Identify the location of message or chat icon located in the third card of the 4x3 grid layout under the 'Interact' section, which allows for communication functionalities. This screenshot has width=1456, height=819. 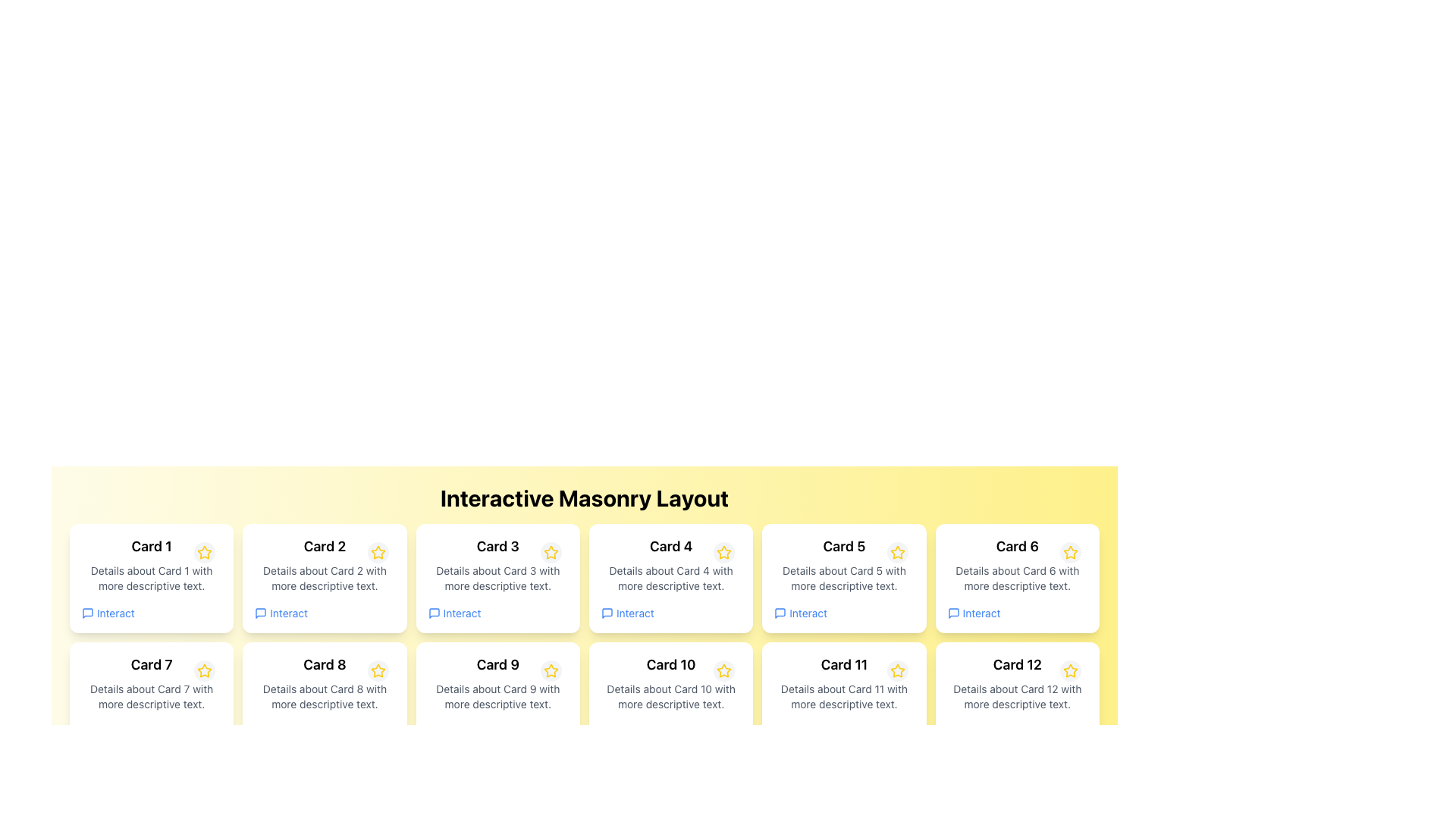
(433, 613).